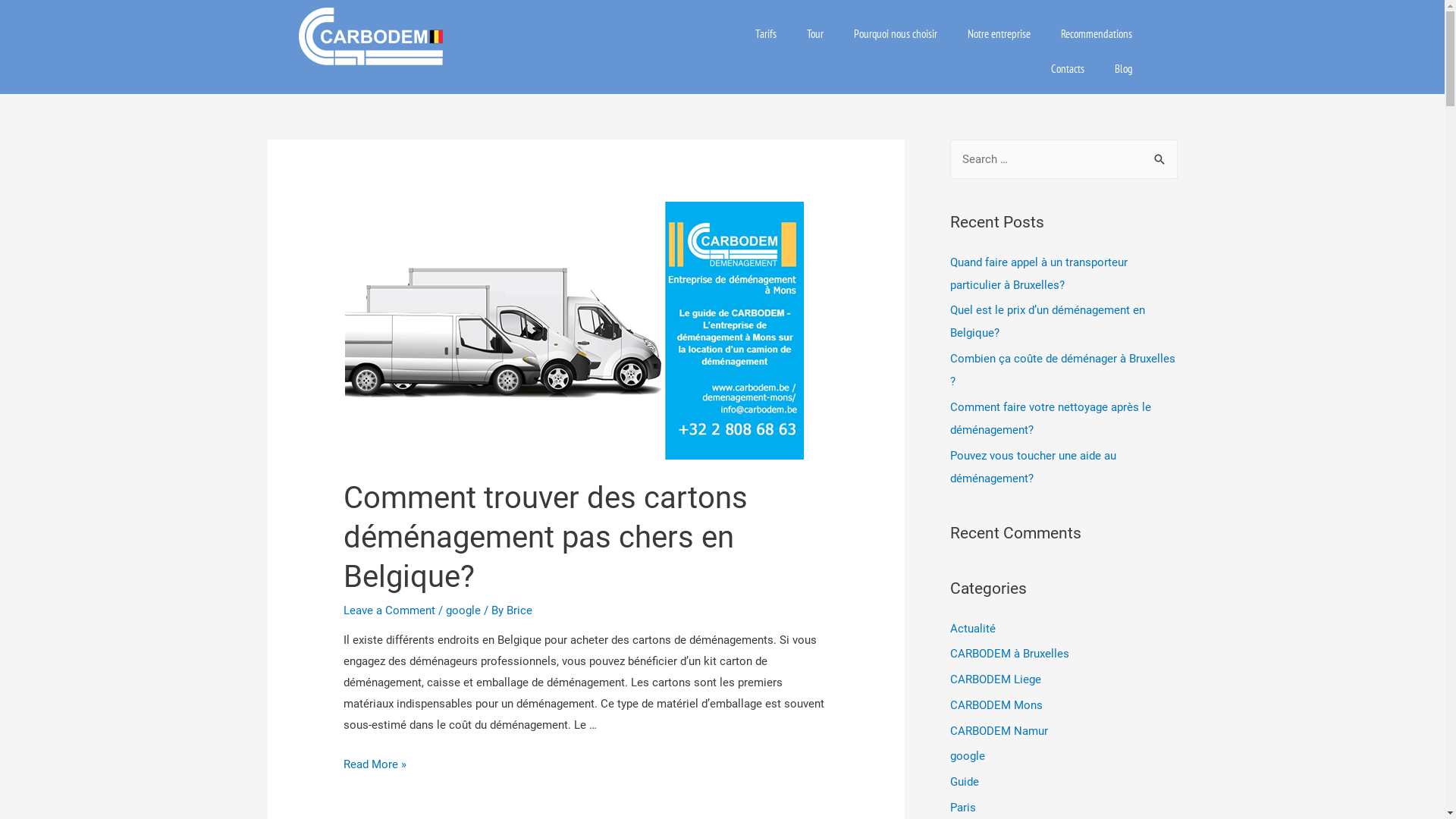 This screenshot has width=1456, height=819. Describe the element at coordinates (765, 34) in the screenshot. I see `'Tarifs'` at that location.